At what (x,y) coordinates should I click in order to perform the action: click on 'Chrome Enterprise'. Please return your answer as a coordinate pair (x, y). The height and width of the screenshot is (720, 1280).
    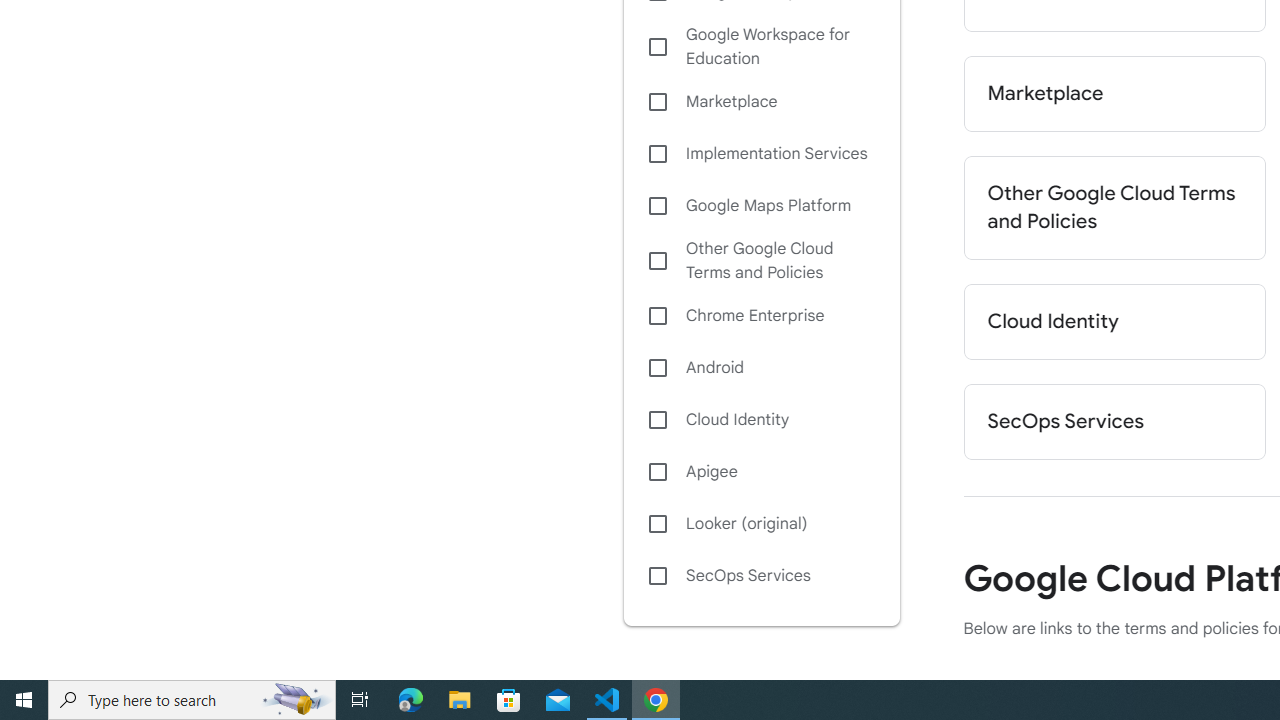
    Looking at the image, I should click on (760, 315).